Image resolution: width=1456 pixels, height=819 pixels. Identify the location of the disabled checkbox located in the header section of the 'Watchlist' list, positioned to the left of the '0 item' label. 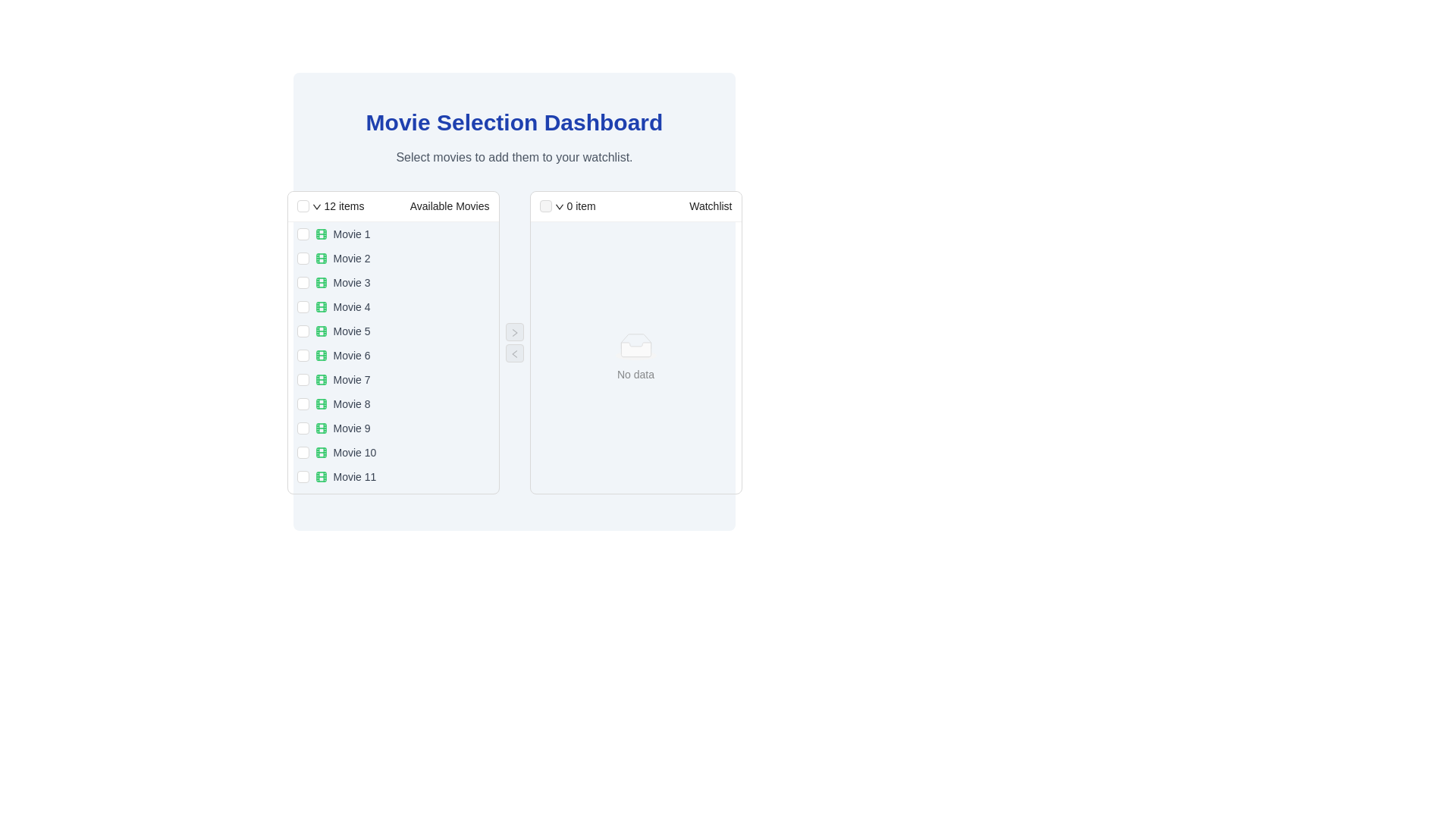
(545, 206).